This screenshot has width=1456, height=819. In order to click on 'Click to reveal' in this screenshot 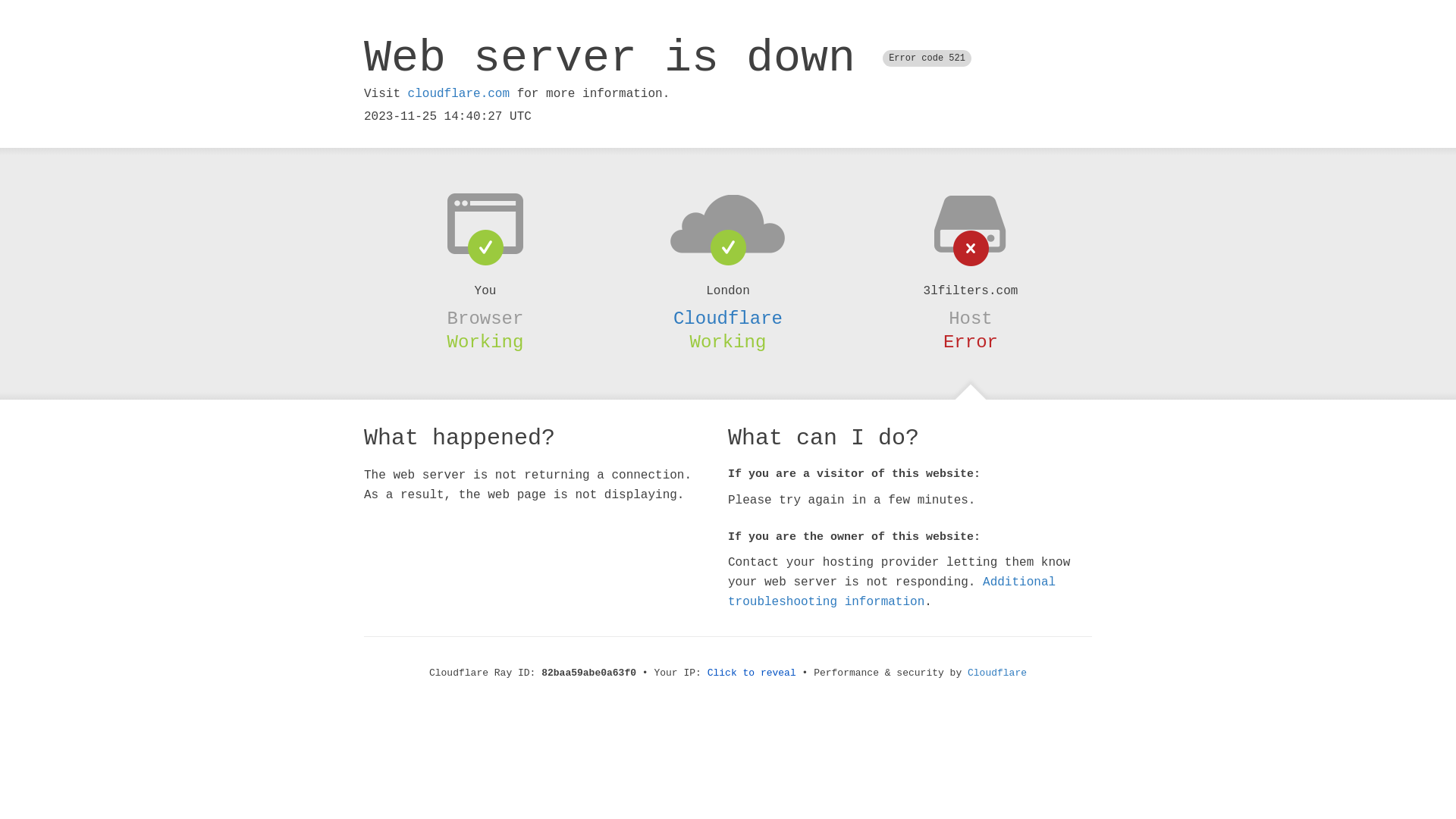, I will do `click(752, 672)`.